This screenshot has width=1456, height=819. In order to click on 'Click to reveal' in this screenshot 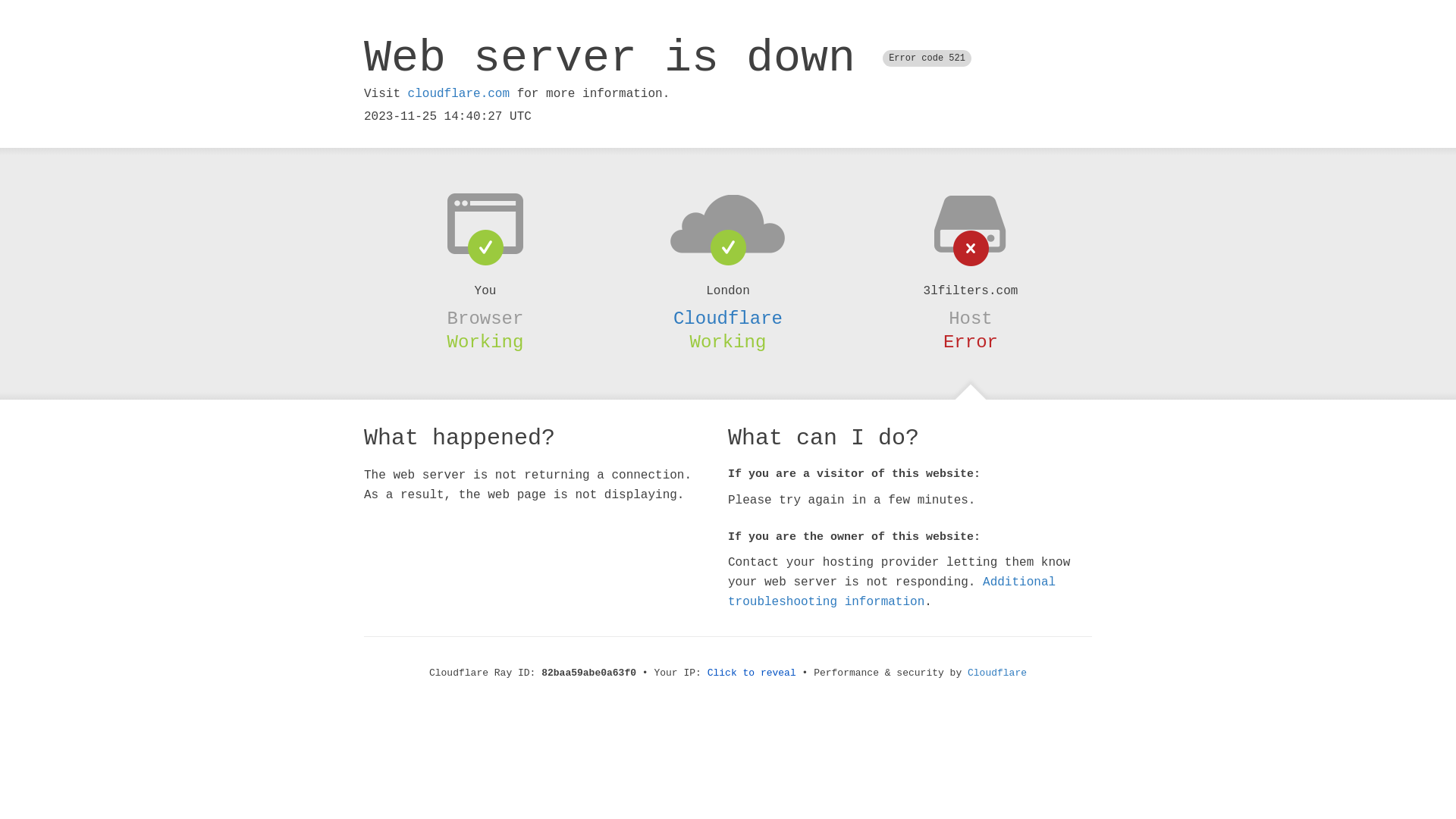, I will do `click(752, 672)`.